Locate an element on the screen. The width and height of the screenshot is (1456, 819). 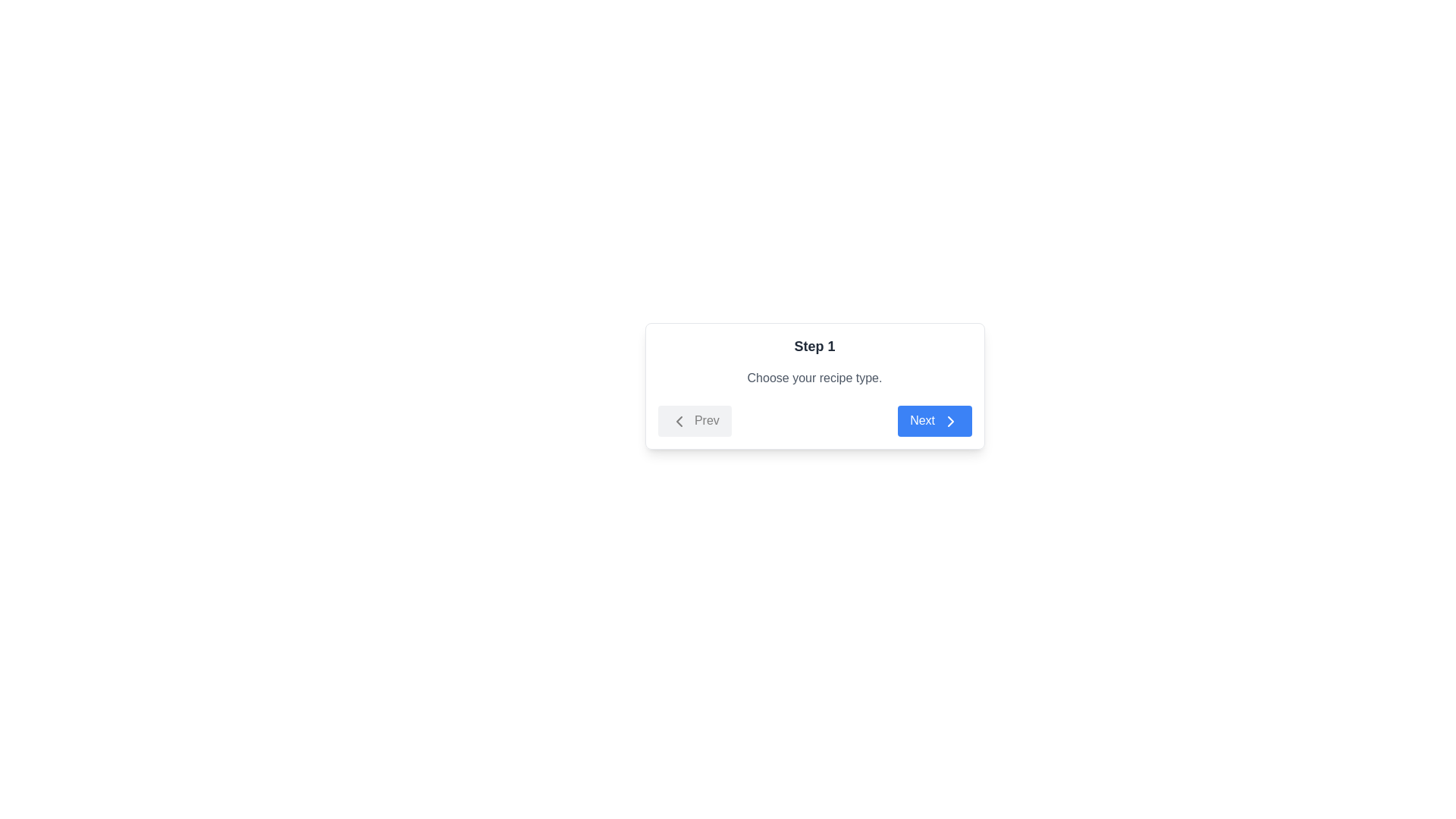
the chevron icon on the right side of the blue 'Next' button is located at coordinates (949, 421).